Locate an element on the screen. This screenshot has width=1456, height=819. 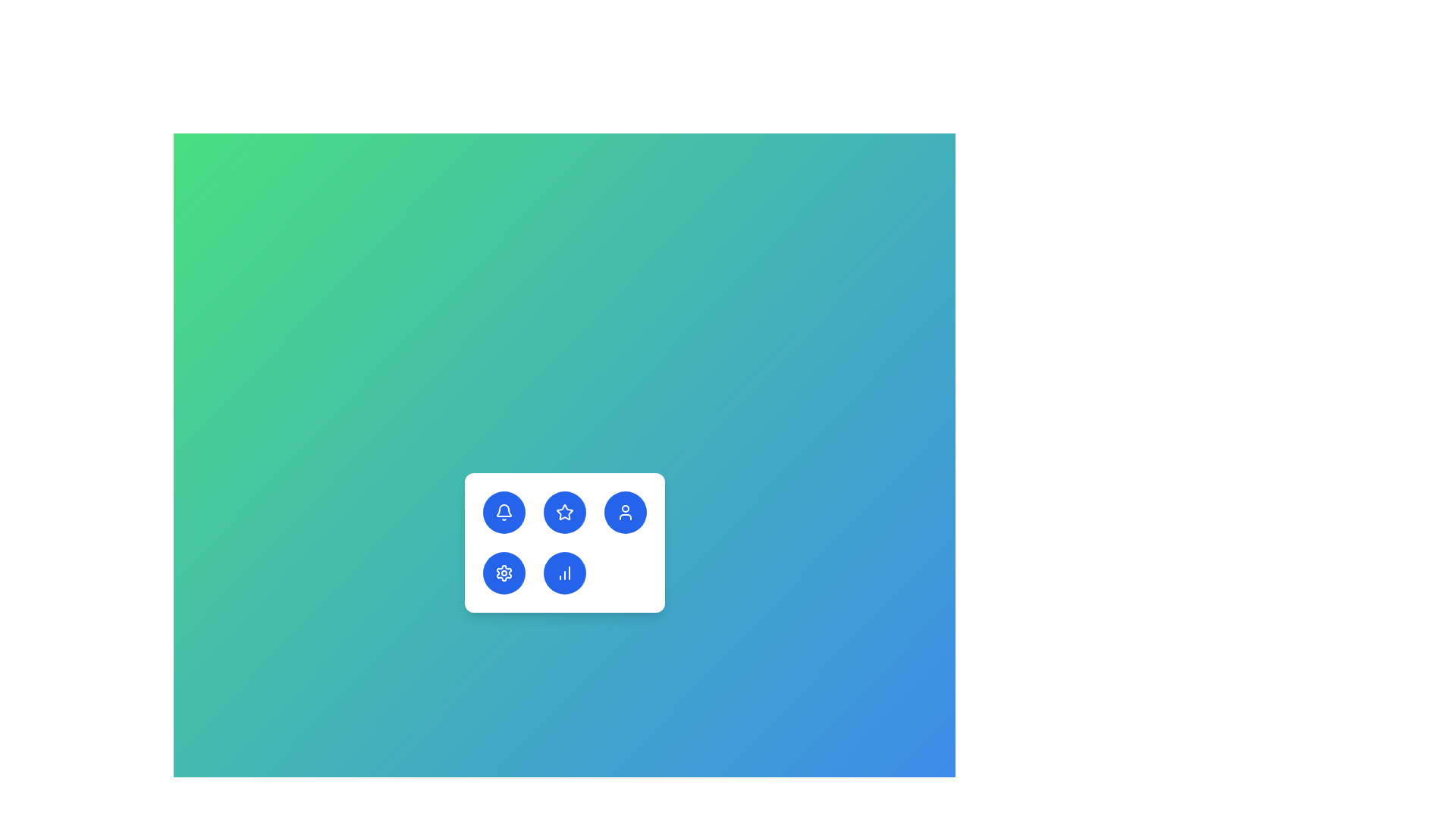
the button located in the center column and second row of a 3x3 grid layout inside a white, rounded rectangular panel is located at coordinates (563, 512).